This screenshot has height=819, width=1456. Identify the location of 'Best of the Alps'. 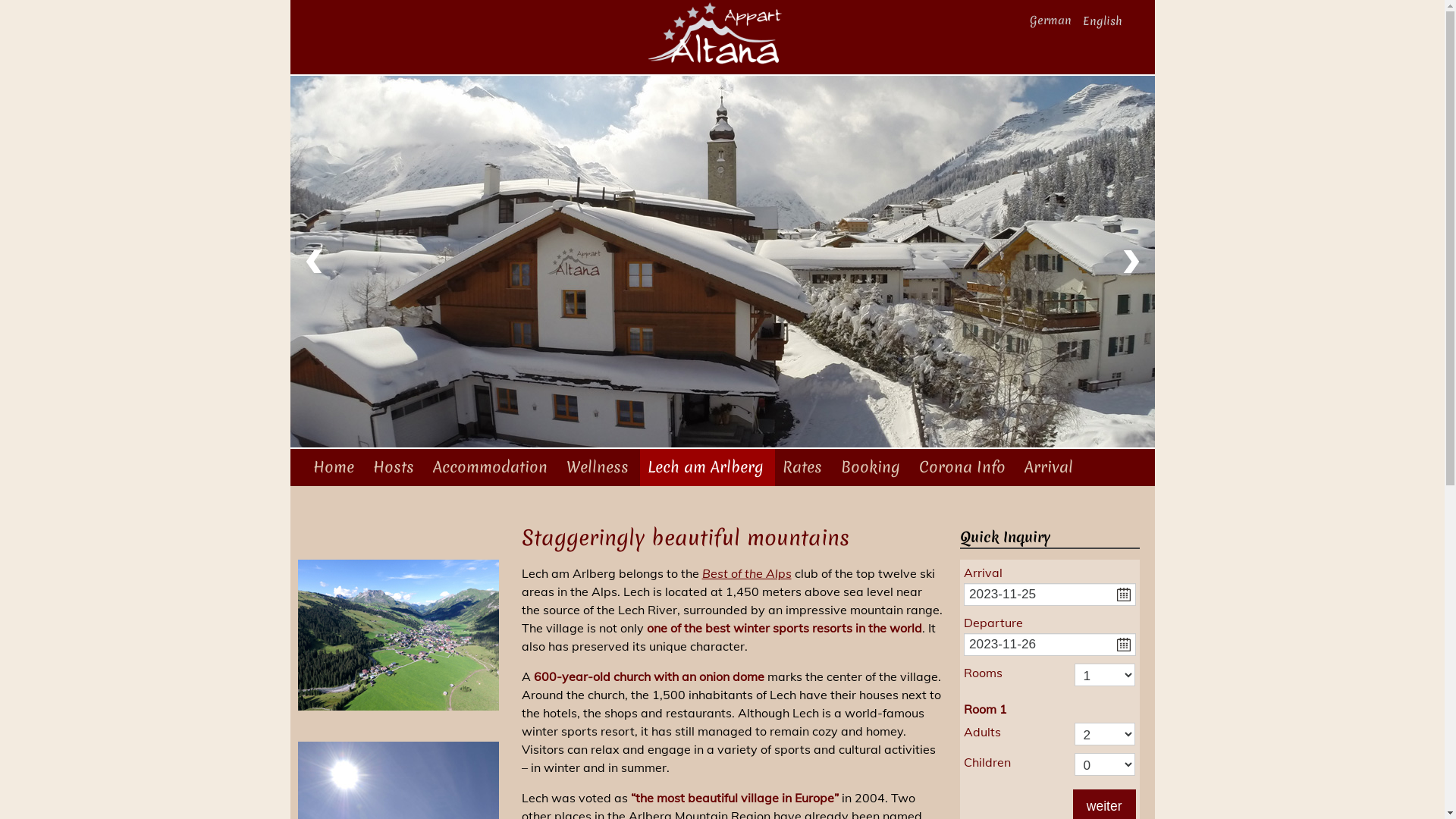
(746, 573).